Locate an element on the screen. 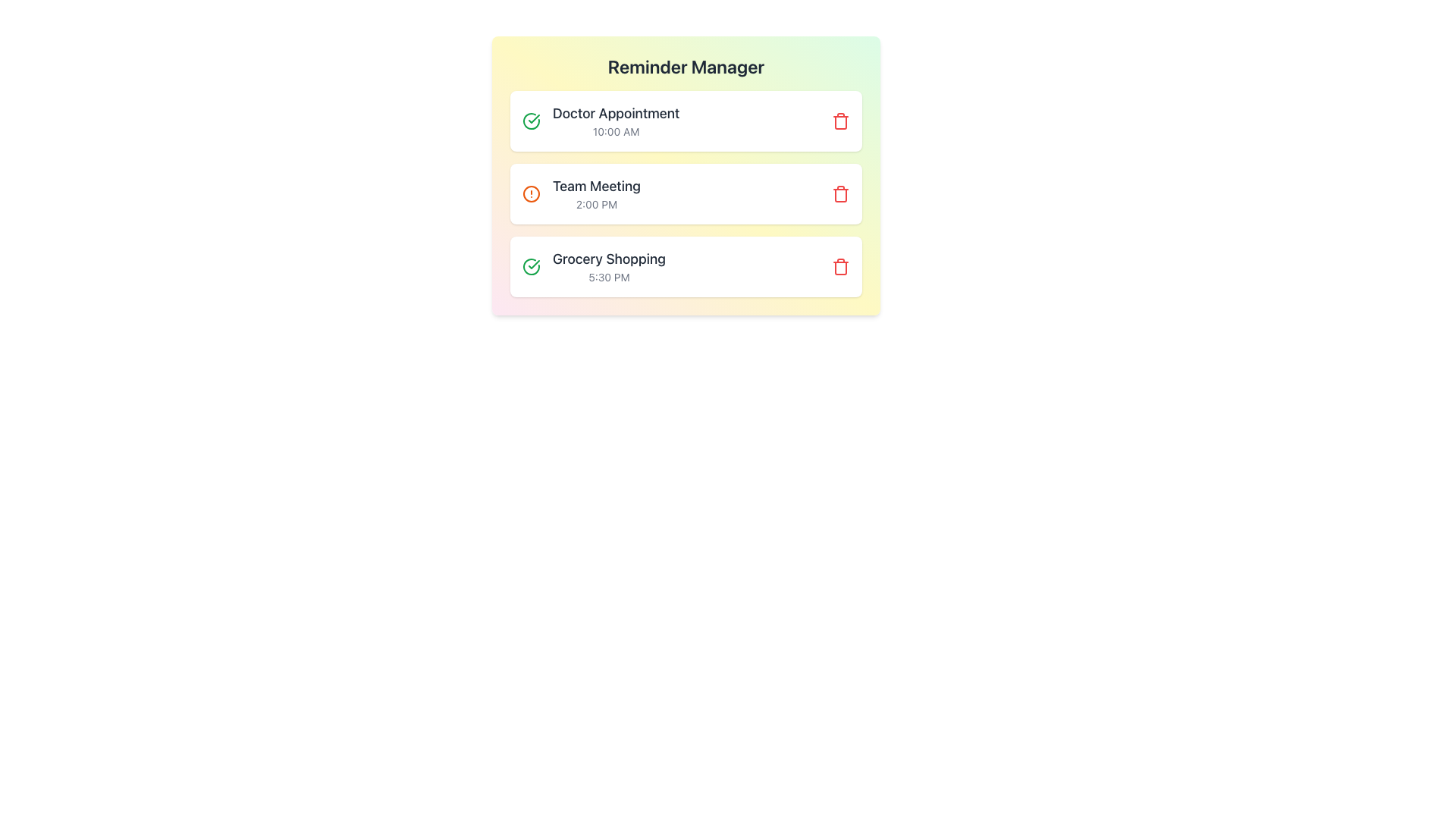  the interactive marker button located in the leftmost position of the line displaying 'Grocery Shopping' and '5:30 PM' is located at coordinates (531, 265).